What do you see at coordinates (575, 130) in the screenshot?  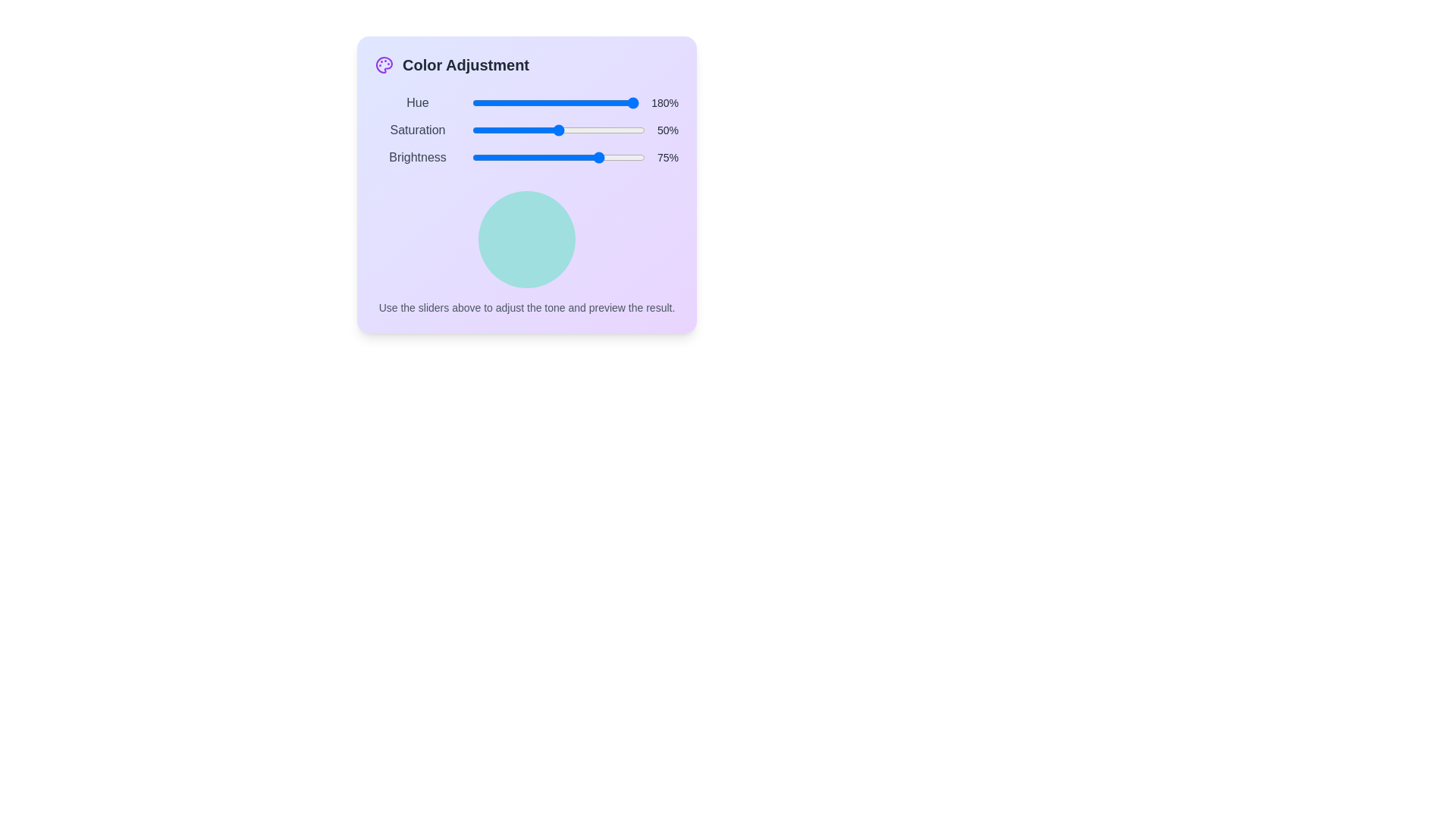 I see `the 'Saturation' slider to 60% by dragging the slider` at bounding box center [575, 130].